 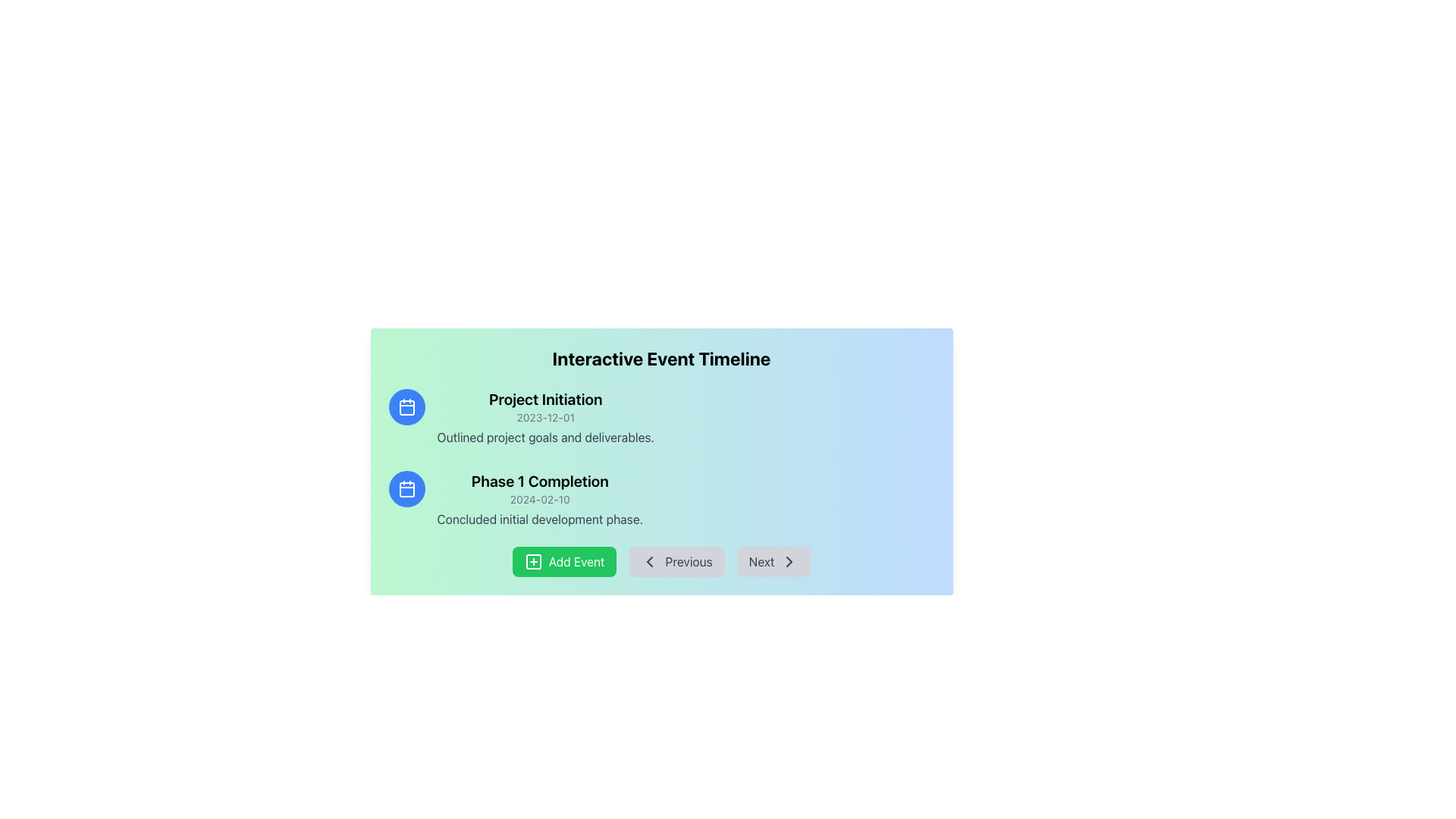 I want to click on the 'Previous' button, which has a light gray background and black text, so click(x=676, y=561).